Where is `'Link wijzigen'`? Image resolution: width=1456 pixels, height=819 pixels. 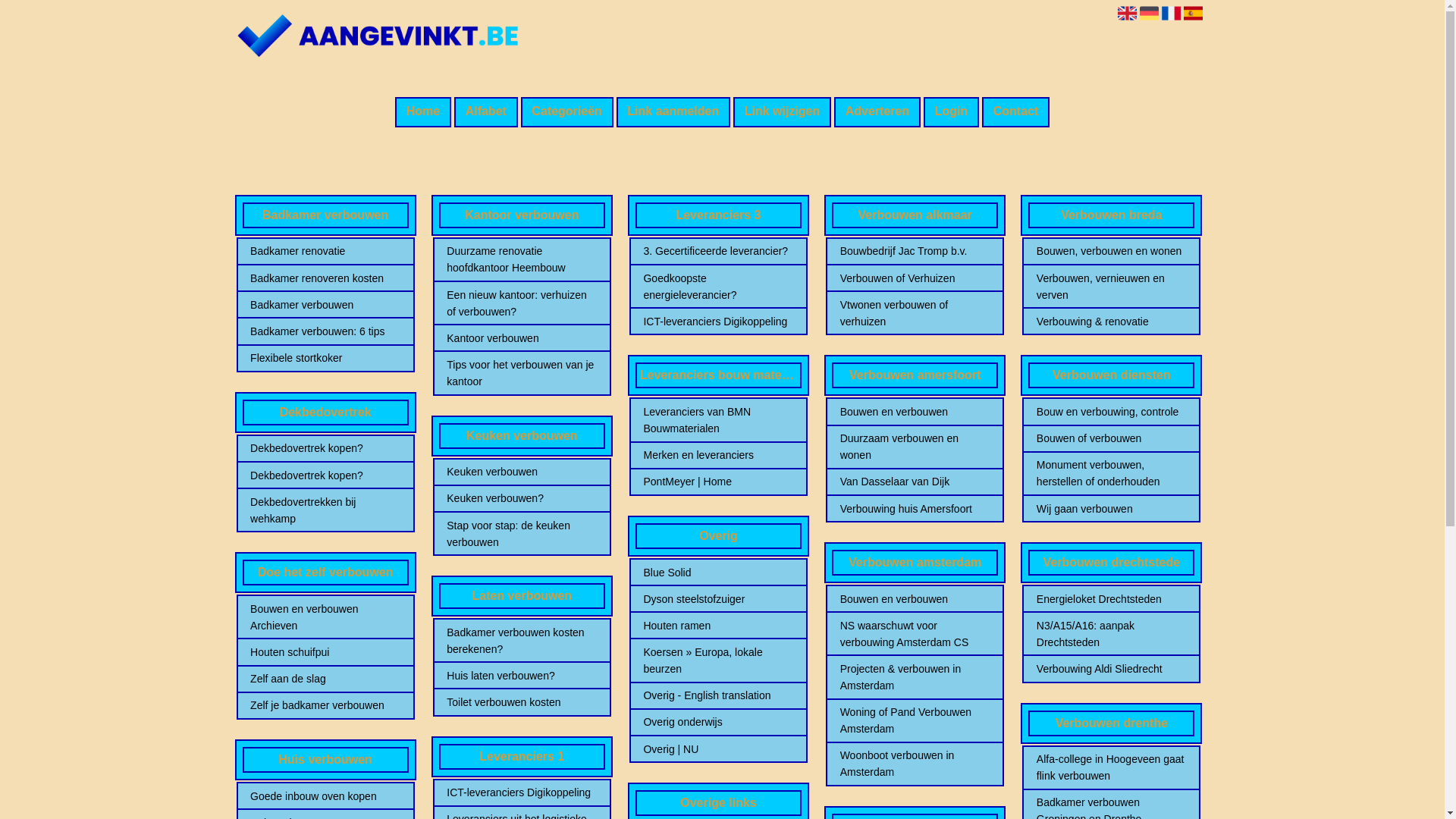
'Link wijzigen' is located at coordinates (782, 111).